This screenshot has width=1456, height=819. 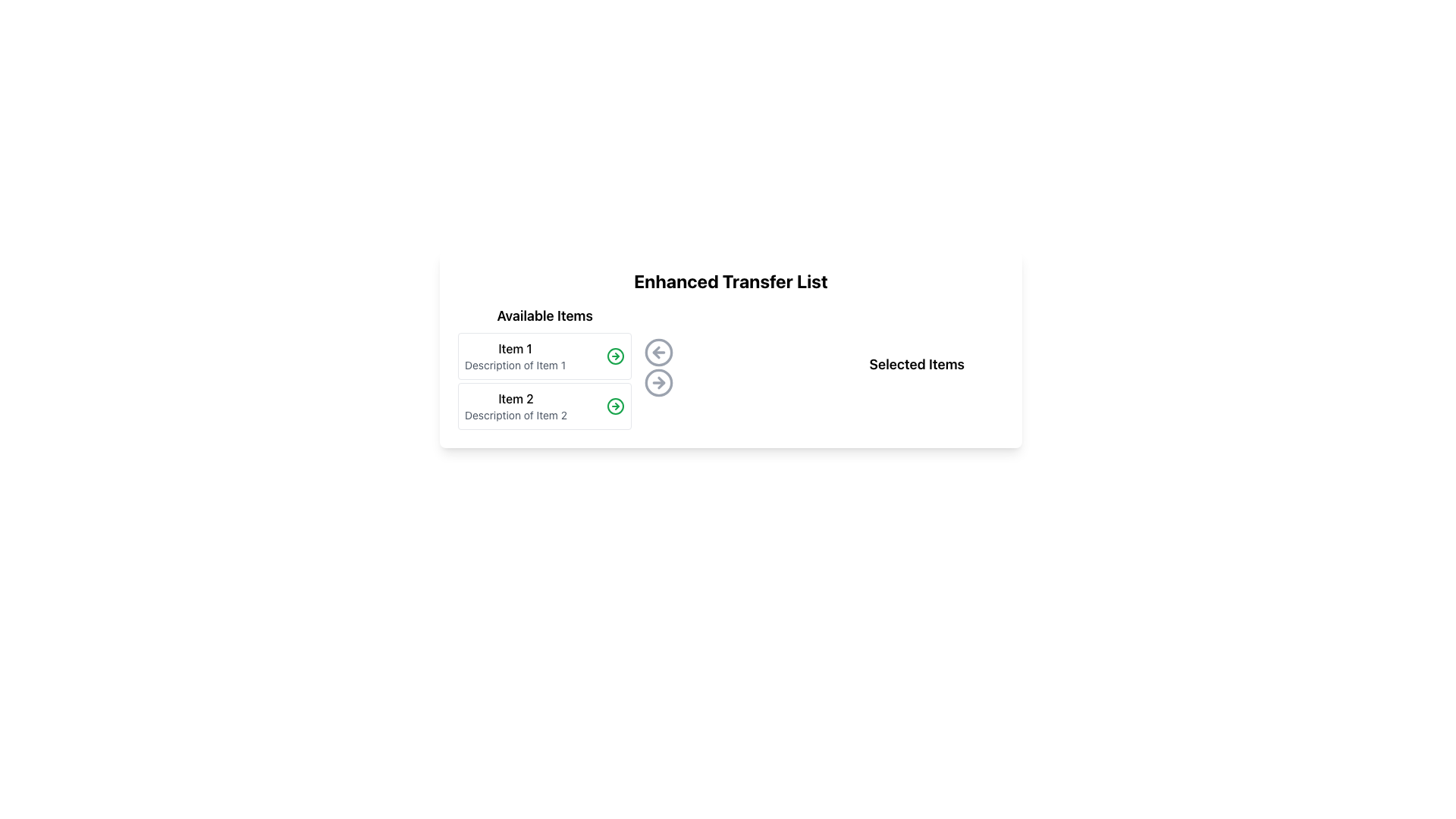 What do you see at coordinates (661, 382) in the screenshot?
I see `the bold arrow icon within the circular light gray button, which is the third icon in the horizontal panel between 'Available Items' and 'Selected Items'` at bounding box center [661, 382].